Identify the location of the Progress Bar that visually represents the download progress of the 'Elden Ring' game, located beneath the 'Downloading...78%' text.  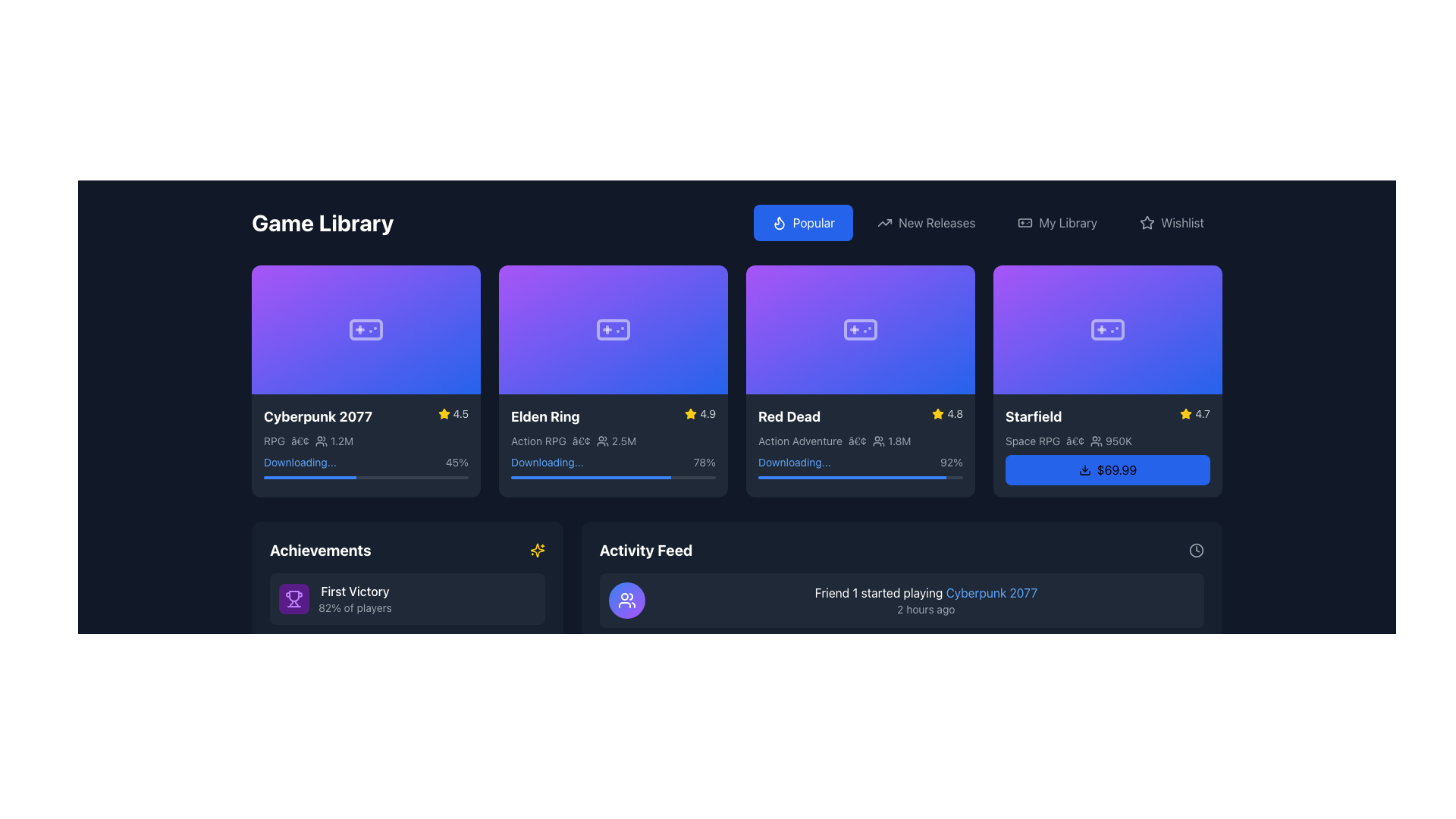
(613, 475).